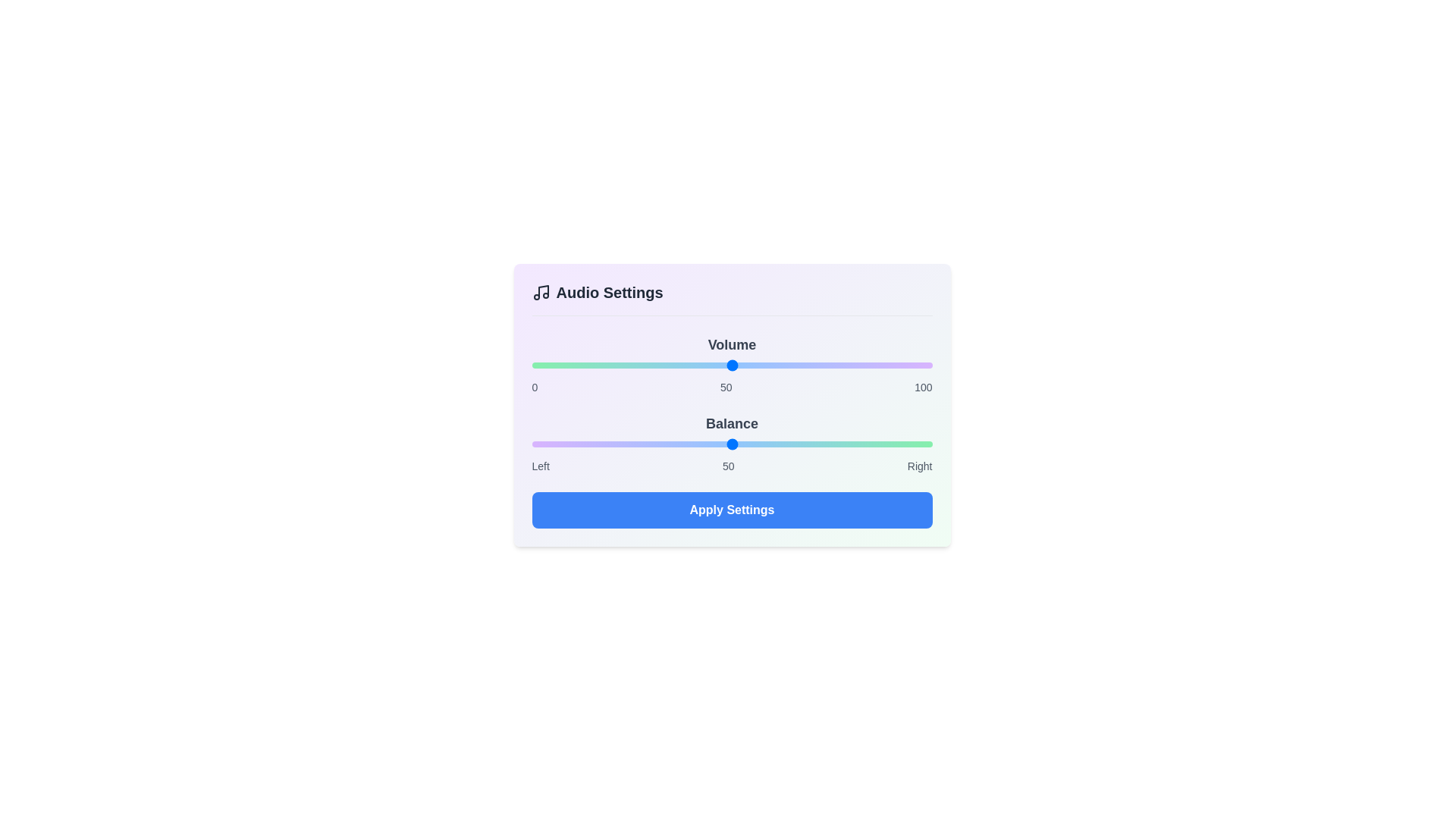 This screenshot has width=1456, height=819. What do you see at coordinates (596, 292) in the screenshot?
I see `text 'Audio Settings' which is displayed in bold and large font, accompanied by a music note icon, located at the upper-left corner of the content card` at bounding box center [596, 292].